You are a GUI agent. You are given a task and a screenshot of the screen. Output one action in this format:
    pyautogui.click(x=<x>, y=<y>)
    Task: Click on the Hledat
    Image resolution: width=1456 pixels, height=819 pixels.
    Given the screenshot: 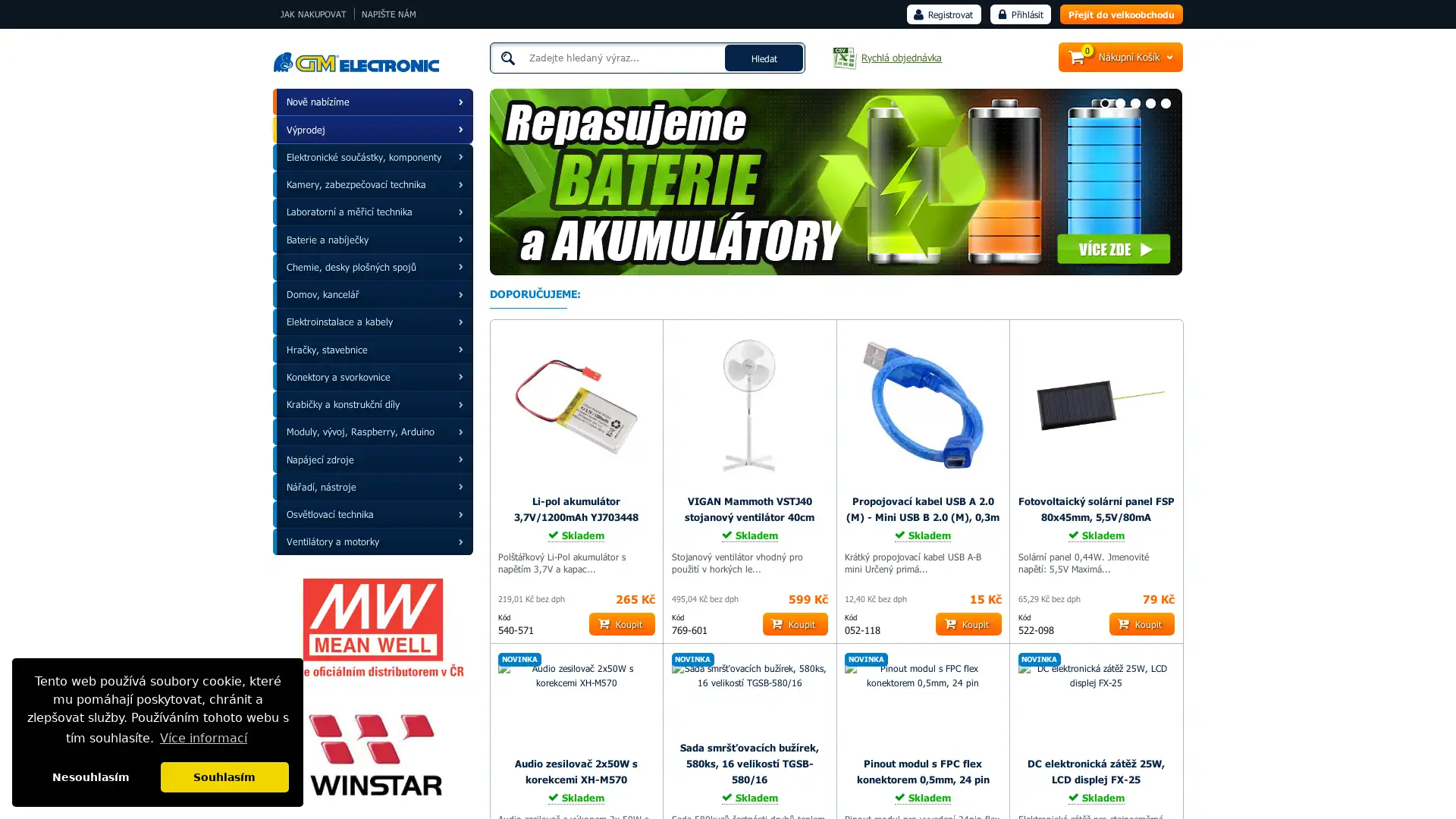 What is the action you would take?
    pyautogui.click(x=764, y=56)
    